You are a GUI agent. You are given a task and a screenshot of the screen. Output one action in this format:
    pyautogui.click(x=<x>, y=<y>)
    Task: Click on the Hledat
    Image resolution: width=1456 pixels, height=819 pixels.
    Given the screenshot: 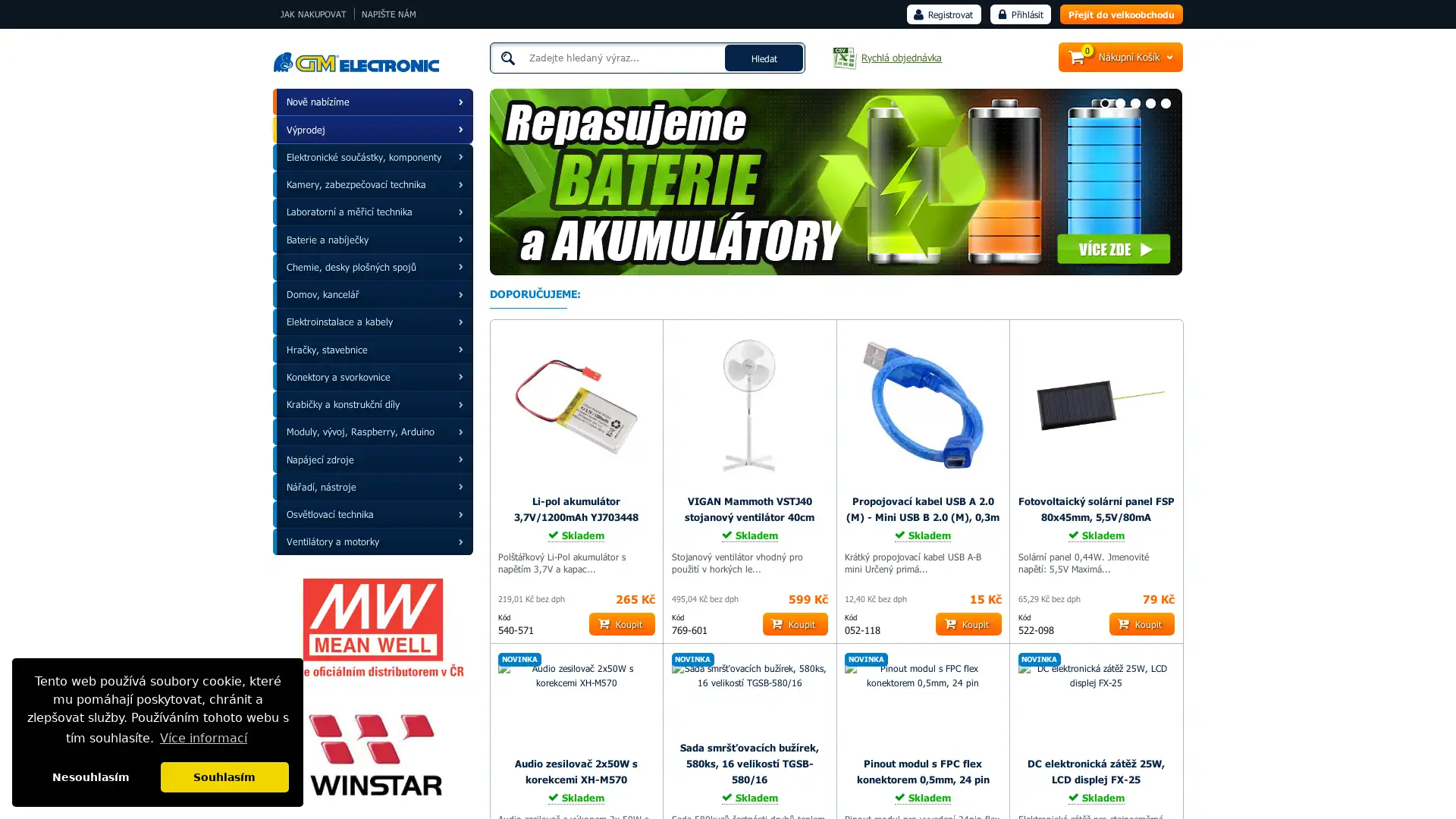 What is the action you would take?
    pyautogui.click(x=764, y=56)
    